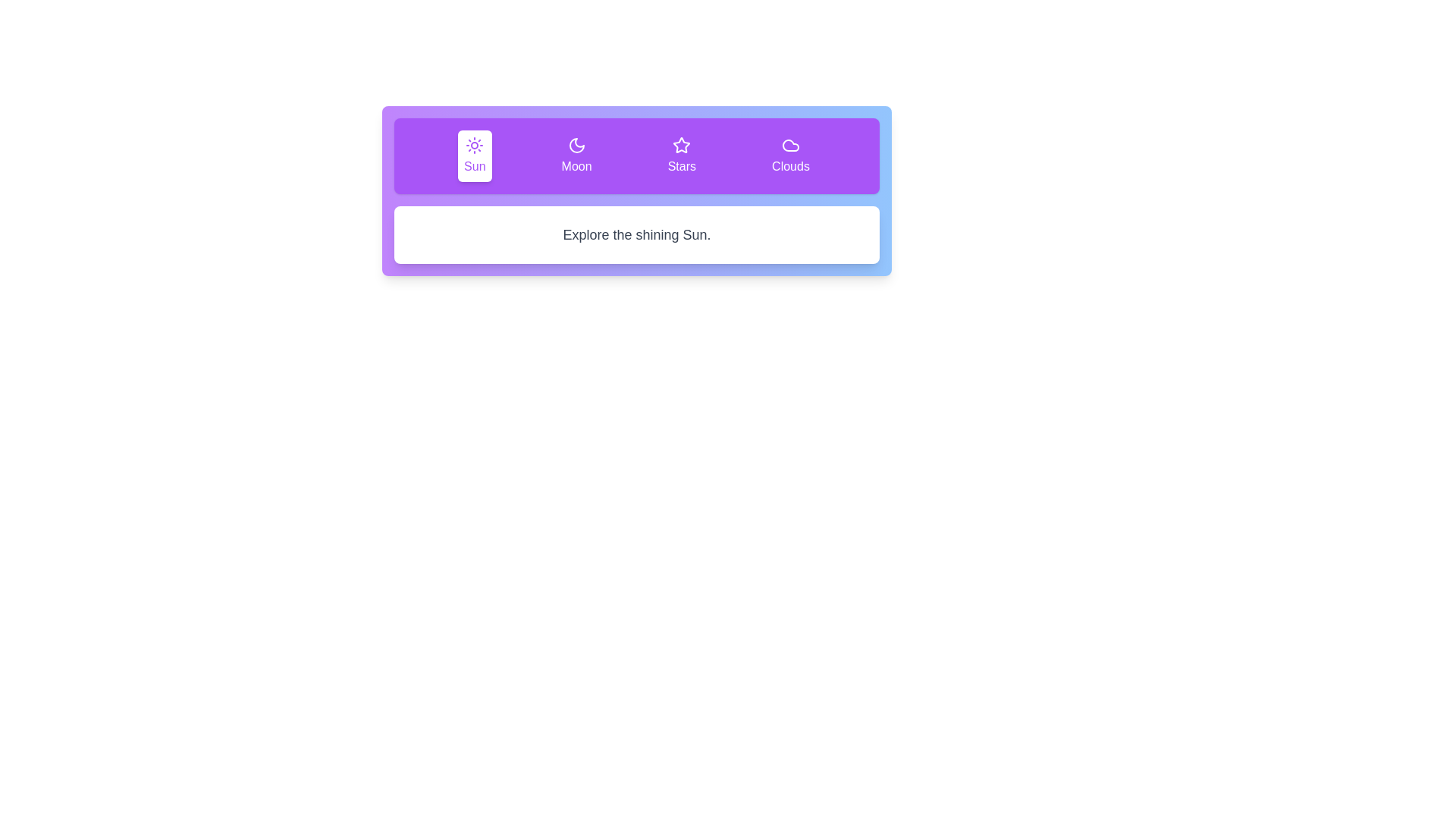 The height and width of the screenshot is (819, 1456). I want to click on the star icon located within the 'Stars' button in the upper part of the interface for selection, so click(680, 145).